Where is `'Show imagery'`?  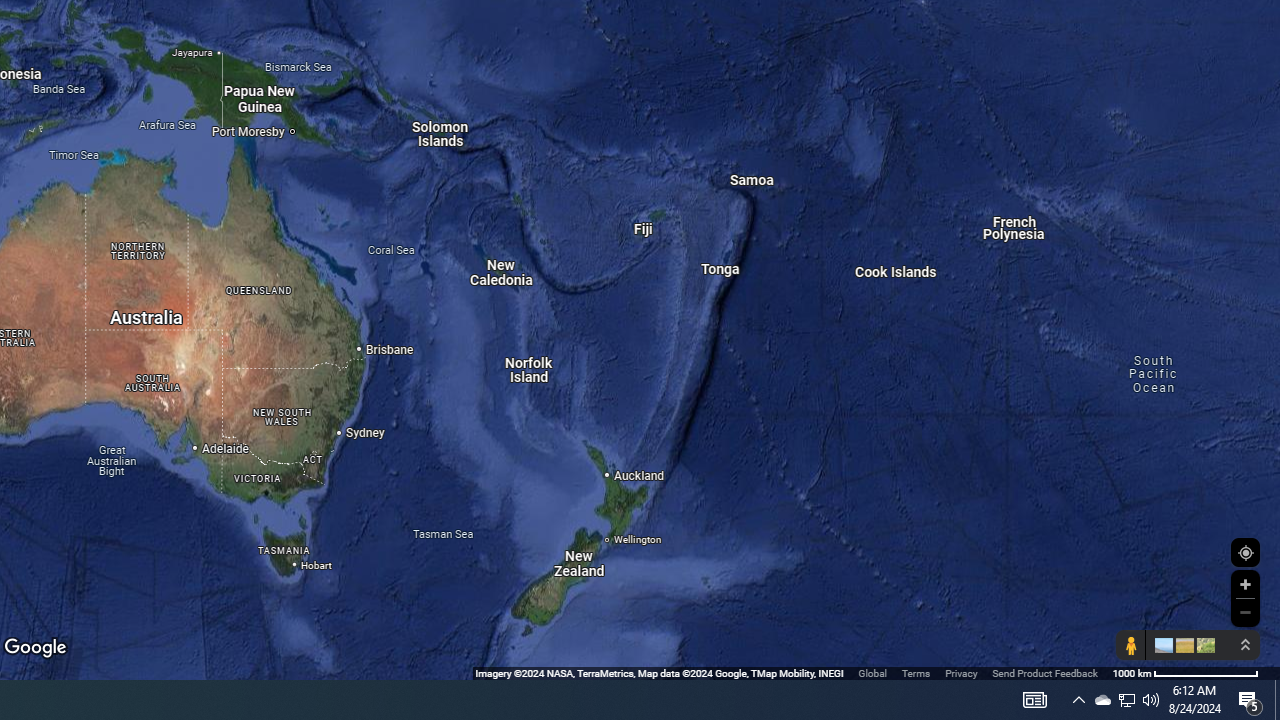 'Show imagery' is located at coordinates (1202, 645).